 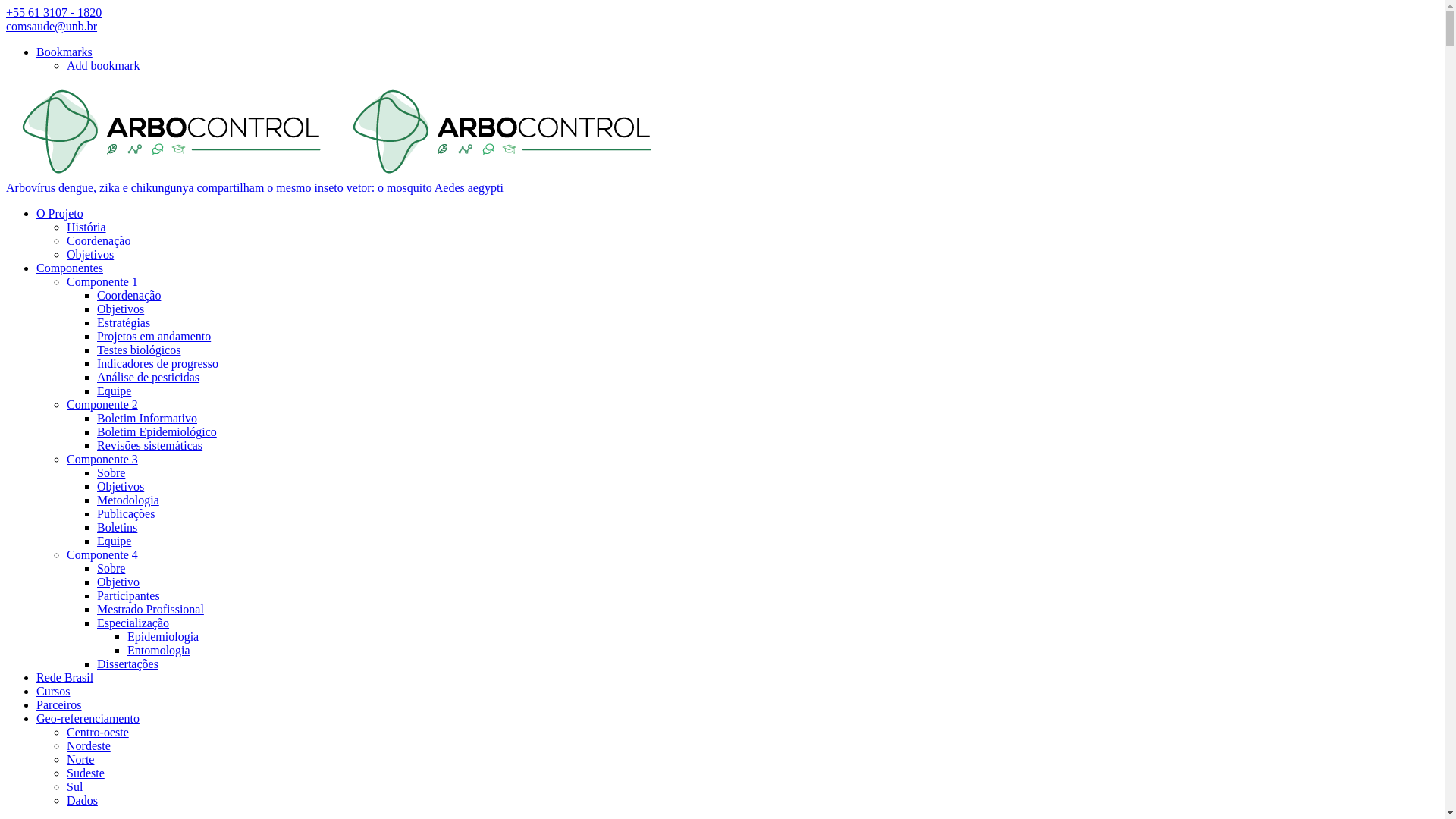 What do you see at coordinates (68, 267) in the screenshot?
I see `'Componentes'` at bounding box center [68, 267].